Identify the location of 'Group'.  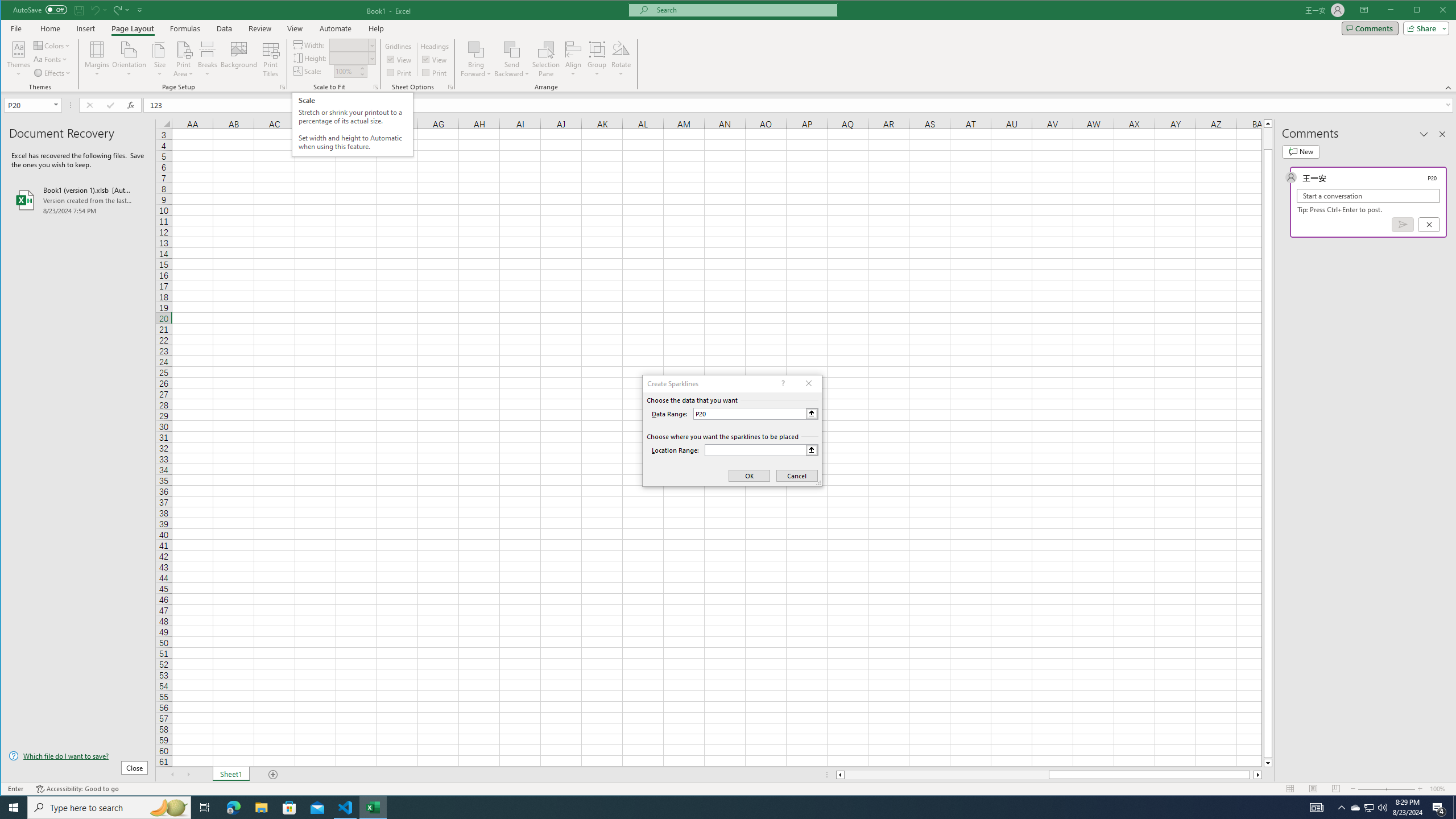
(596, 59).